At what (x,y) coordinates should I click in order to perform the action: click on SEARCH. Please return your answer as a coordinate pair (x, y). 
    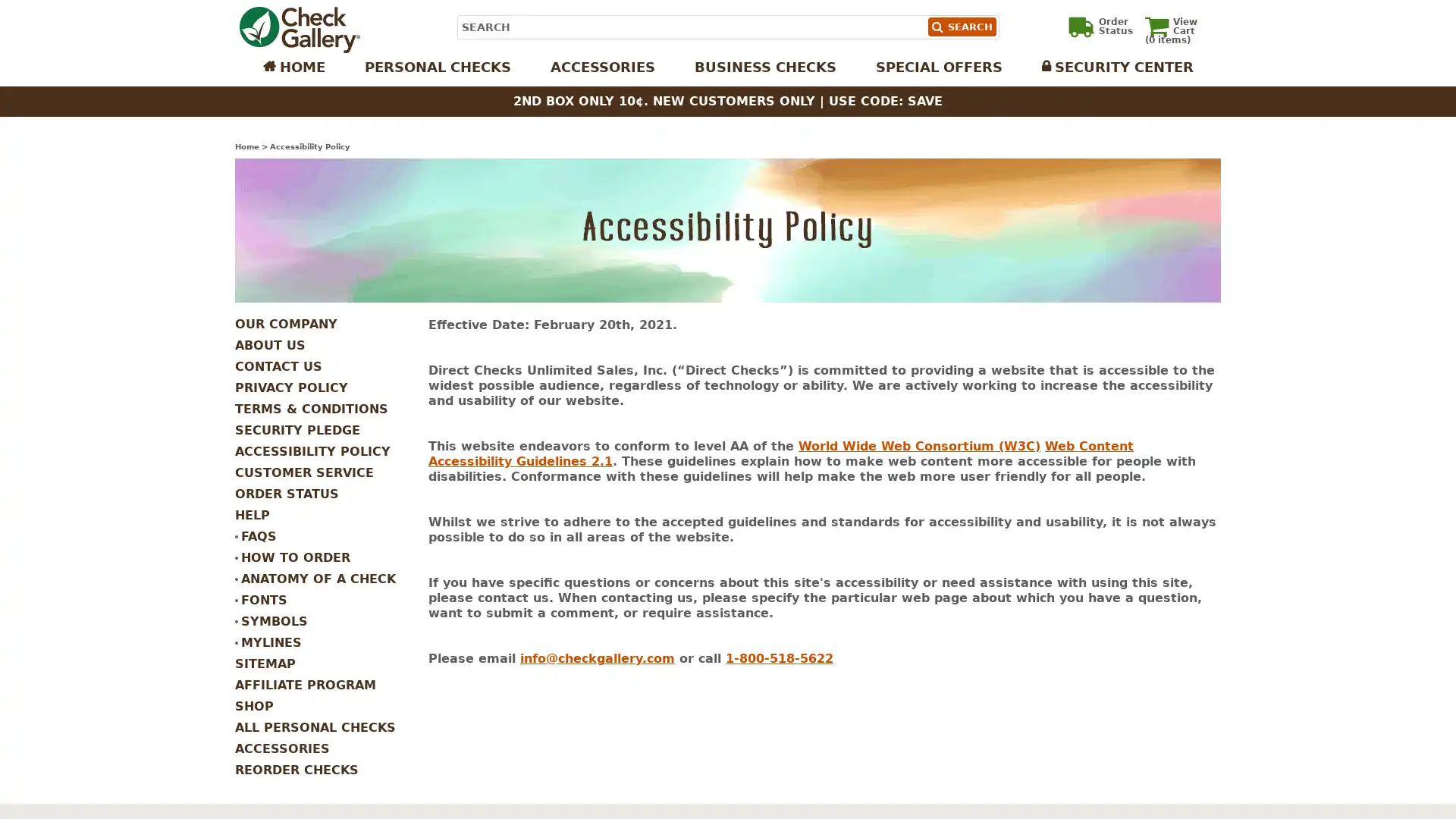
    Looking at the image, I should click on (960, 27).